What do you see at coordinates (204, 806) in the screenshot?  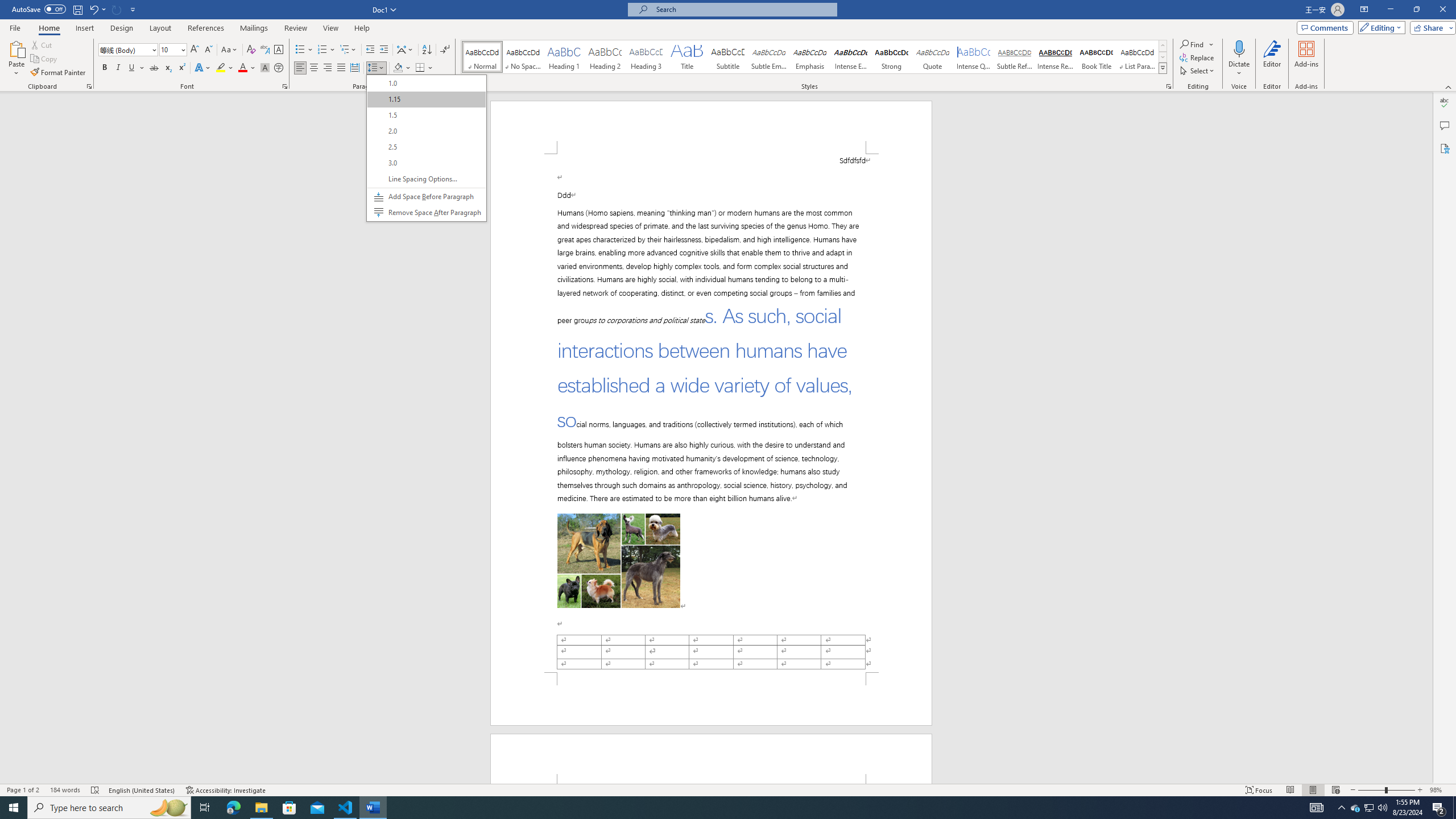 I see `'Task View'` at bounding box center [204, 806].